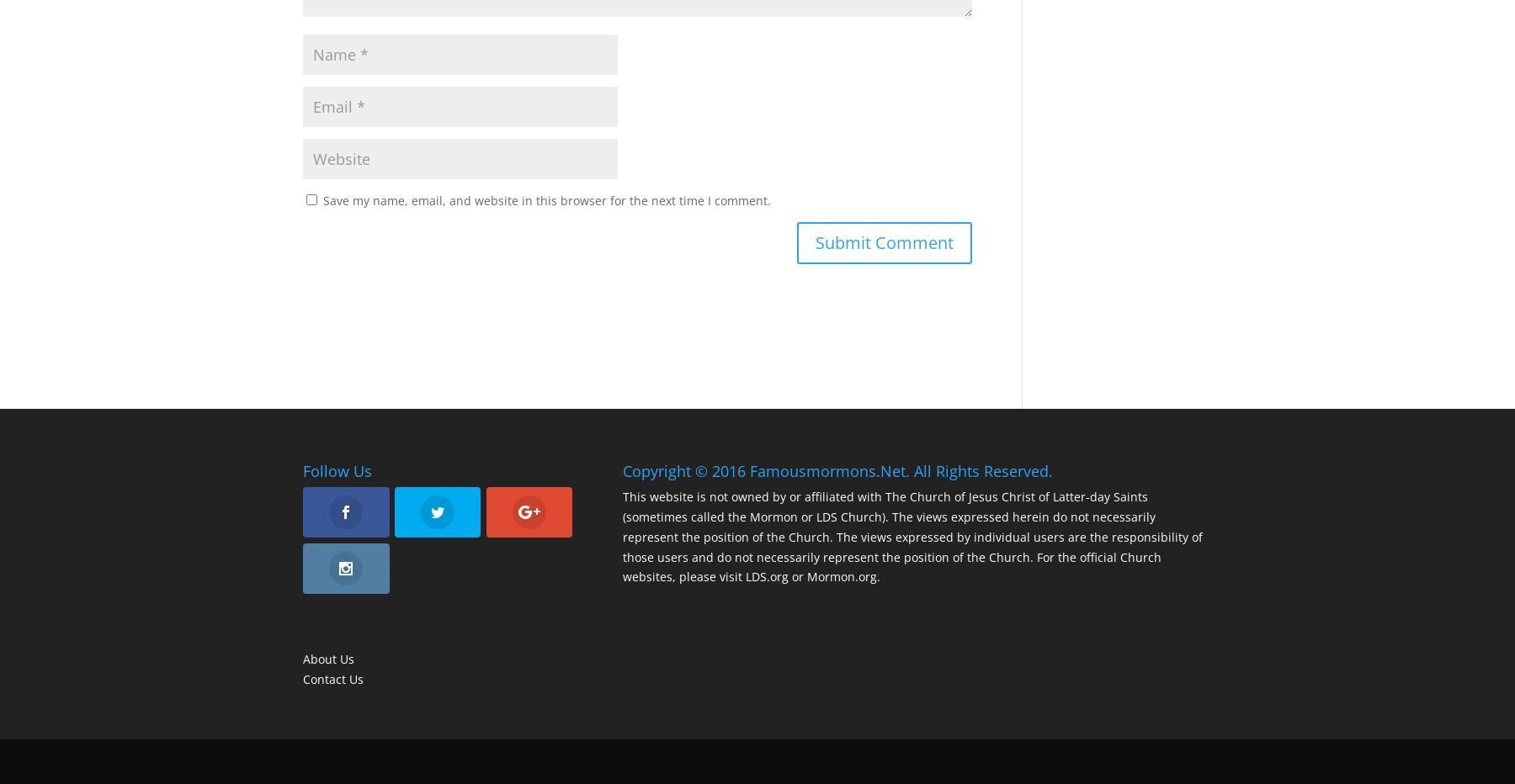 This screenshot has width=1515, height=784. What do you see at coordinates (328, 658) in the screenshot?
I see `'About Us'` at bounding box center [328, 658].